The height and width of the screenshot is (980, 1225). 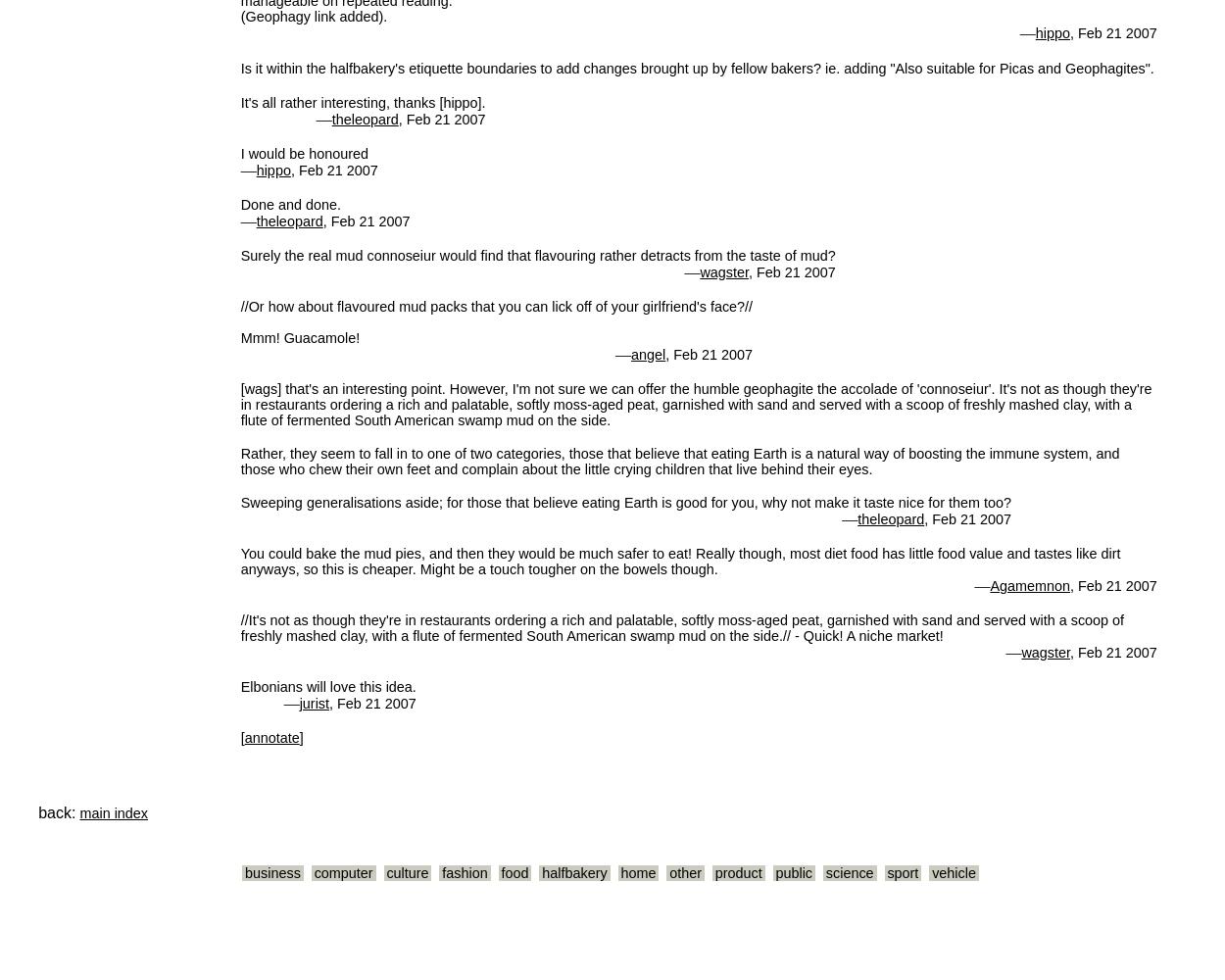 What do you see at coordinates (537, 255) in the screenshot?
I see `'Surely the real mud connoseiur would find that flavouring rather detracts from the taste of mud?'` at bounding box center [537, 255].